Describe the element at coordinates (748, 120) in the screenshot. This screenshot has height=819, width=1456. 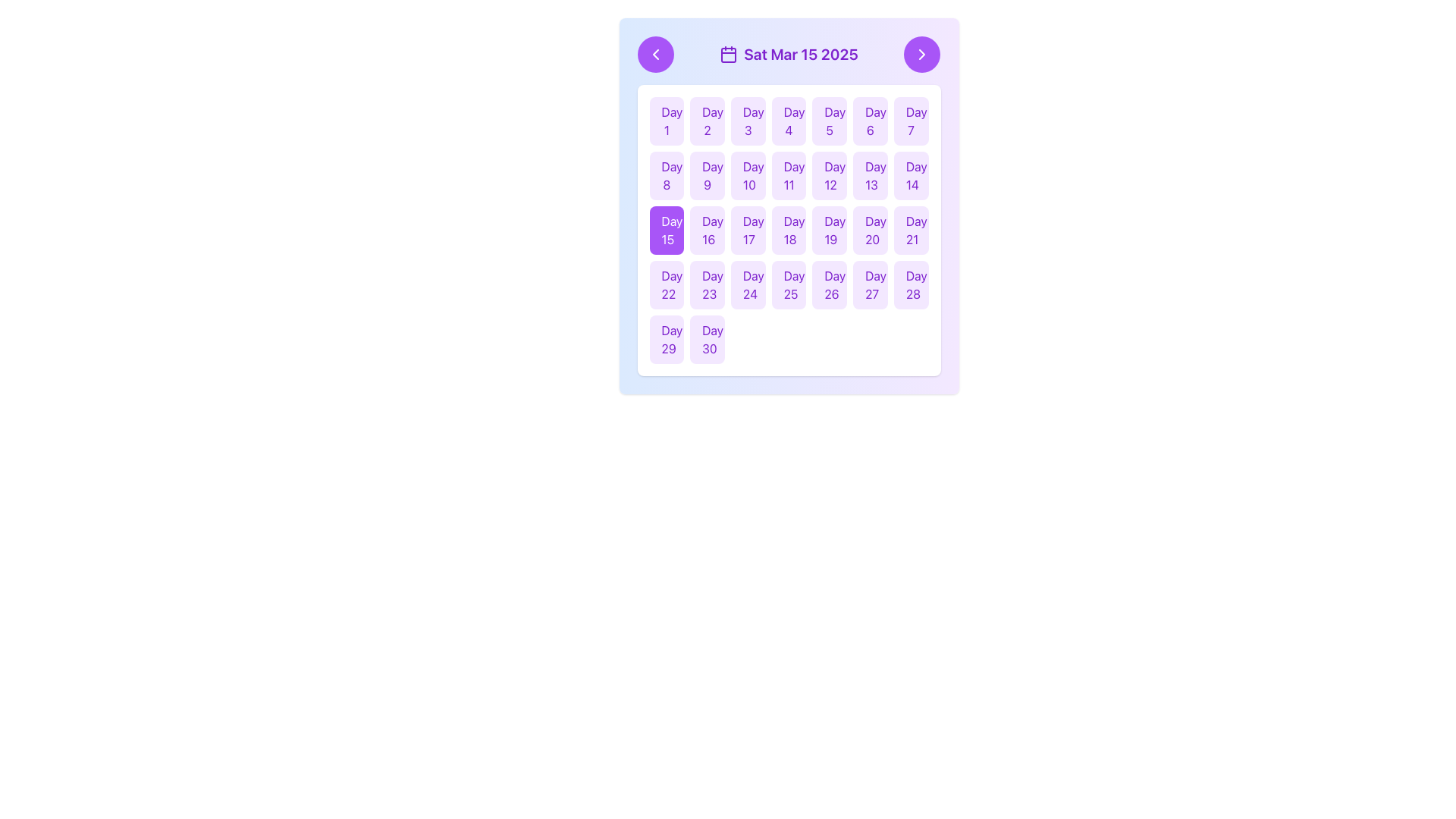
I see `the 'Day 3' label, which is a text label styled with a purple rounded rectangle background, located in the first row and third position of a grid layout` at that location.